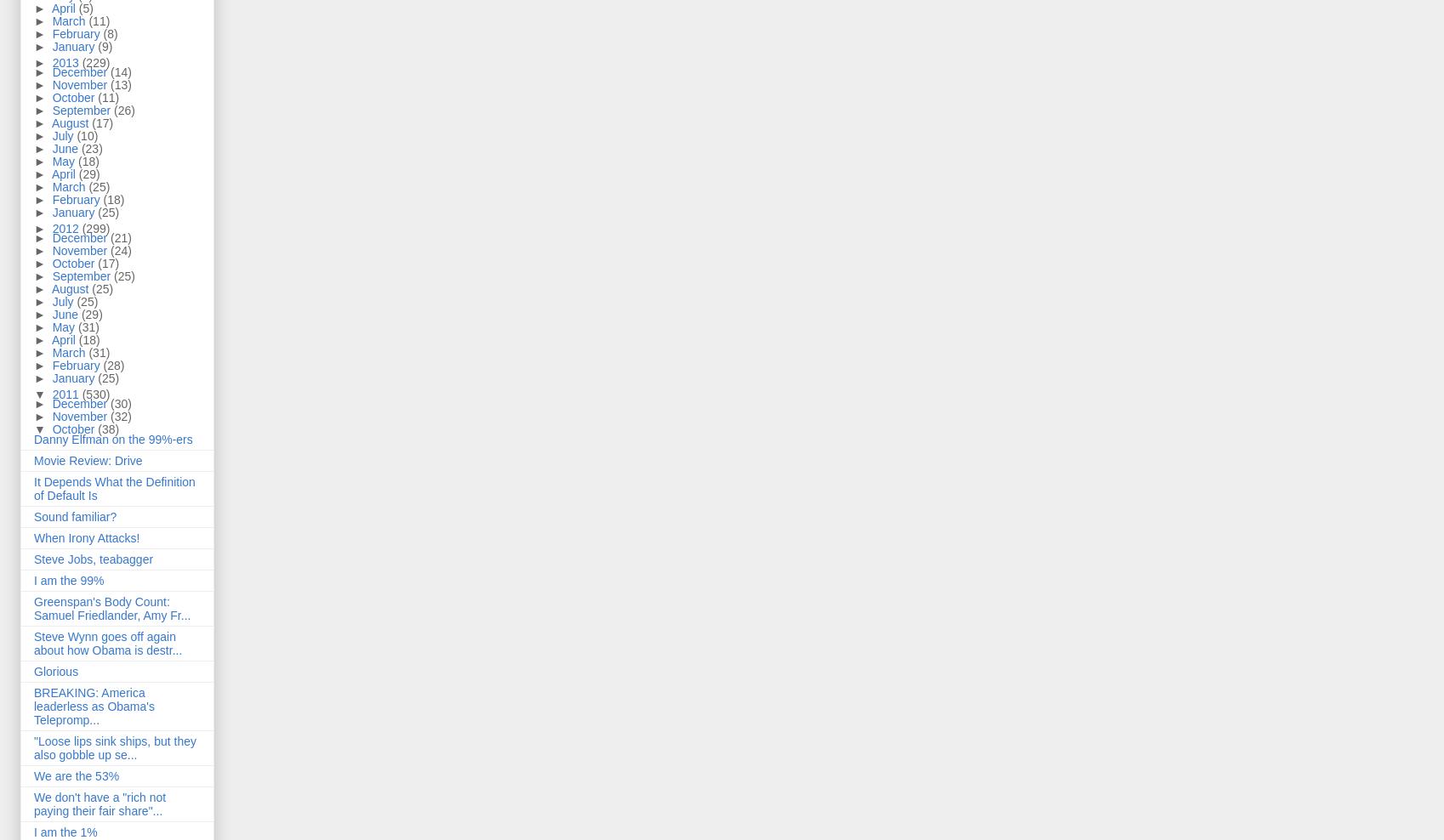 The height and width of the screenshot is (840, 1444). What do you see at coordinates (96, 46) in the screenshot?
I see `'(9)'` at bounding box center [96, 46].